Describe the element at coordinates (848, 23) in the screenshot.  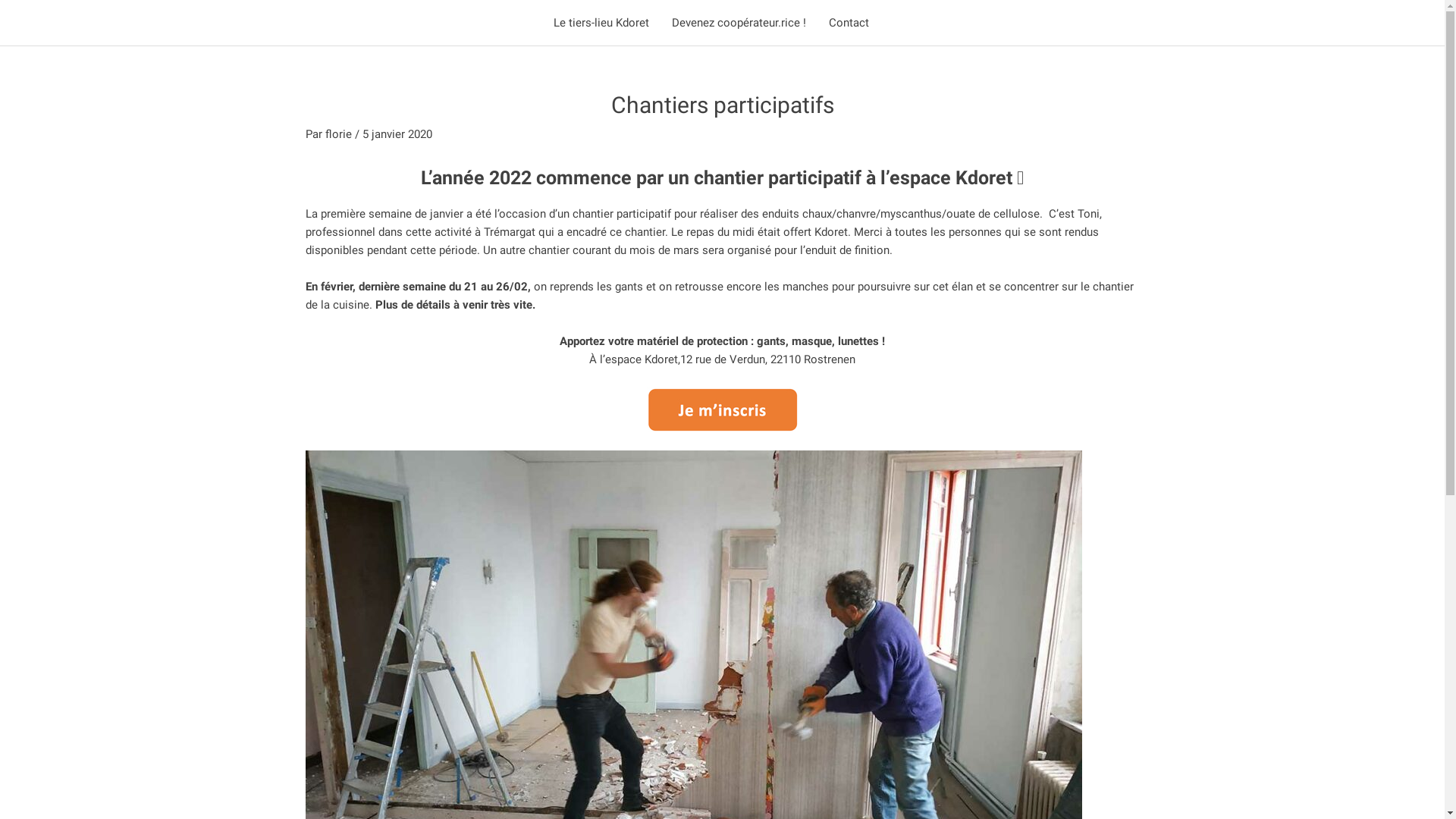
I see `'Contact'` at that location.